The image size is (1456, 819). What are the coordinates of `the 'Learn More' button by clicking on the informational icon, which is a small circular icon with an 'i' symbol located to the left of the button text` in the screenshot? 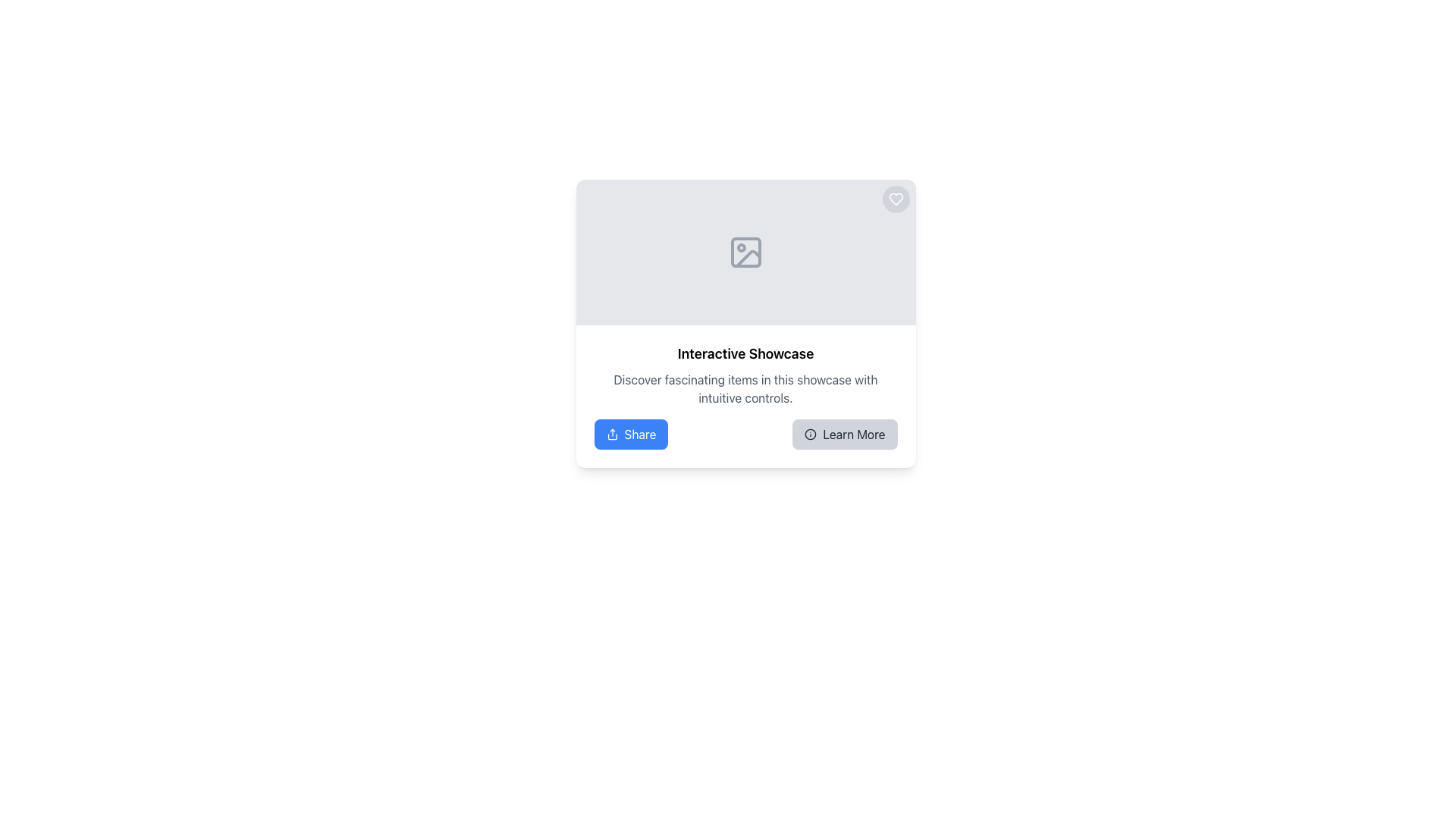 It's located at (810, 435).